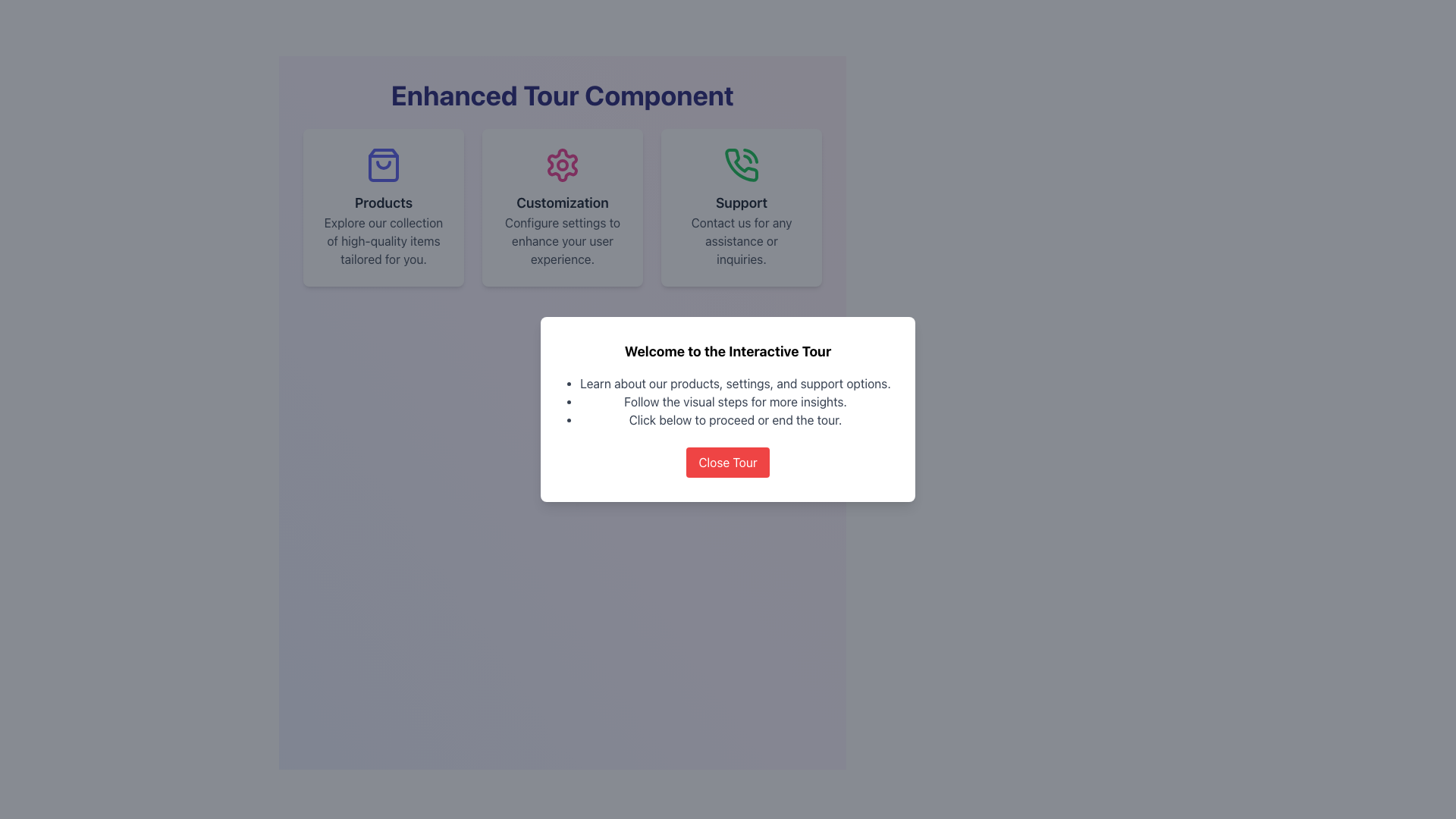 This screenshot has width=1456, height=819. What do you see at coordinates (742, 207) in the screenshot?
I see `the Informational Card that provides contact information or support services, located in the third column of the grid, positioned to the right of the 'Customization' item and below the main heading` at bounding box center [742, 207].